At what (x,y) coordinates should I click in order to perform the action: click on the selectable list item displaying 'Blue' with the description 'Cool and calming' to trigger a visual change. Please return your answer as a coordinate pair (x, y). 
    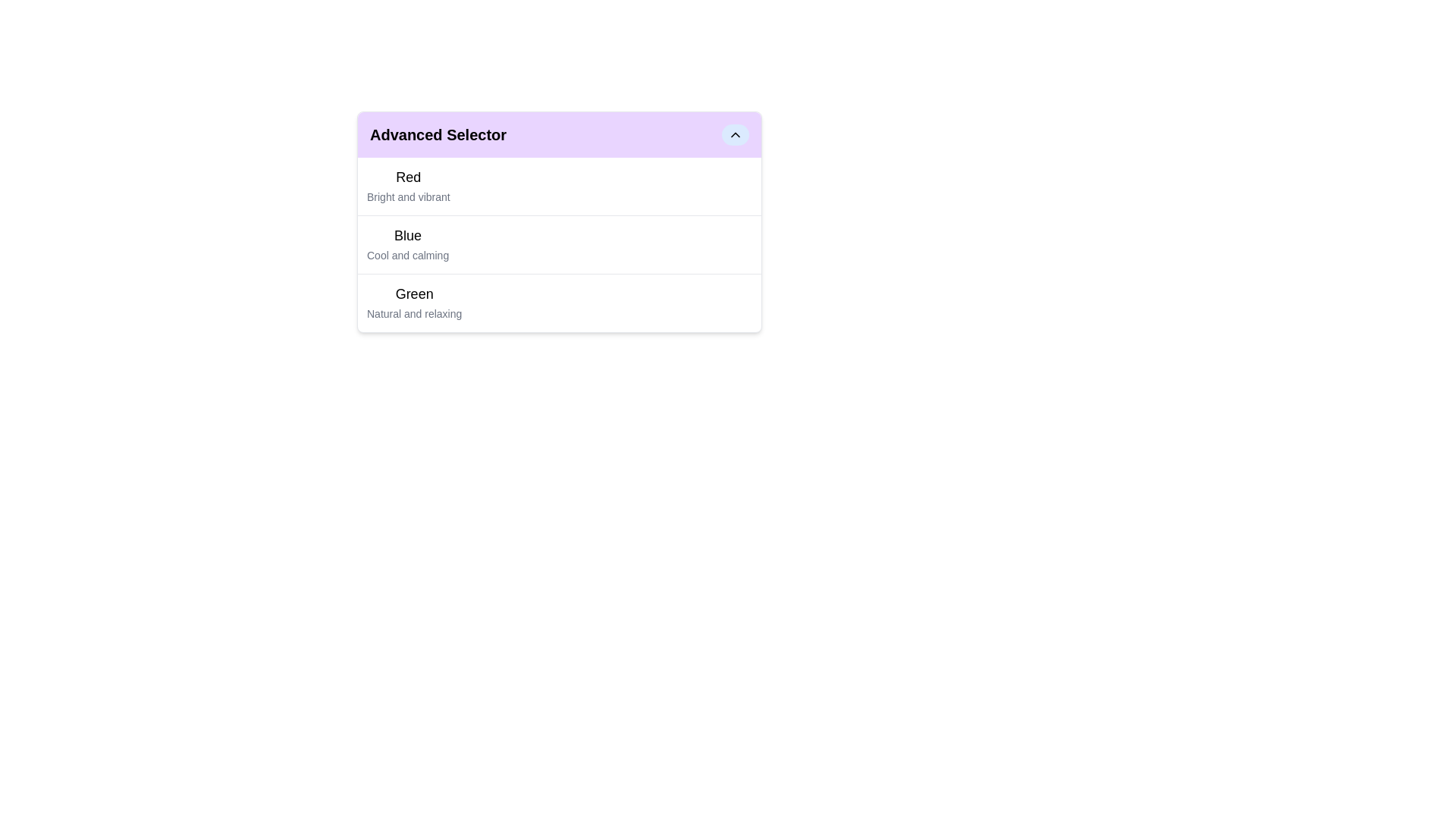
    Looking at the image, I should click on (408, 244).